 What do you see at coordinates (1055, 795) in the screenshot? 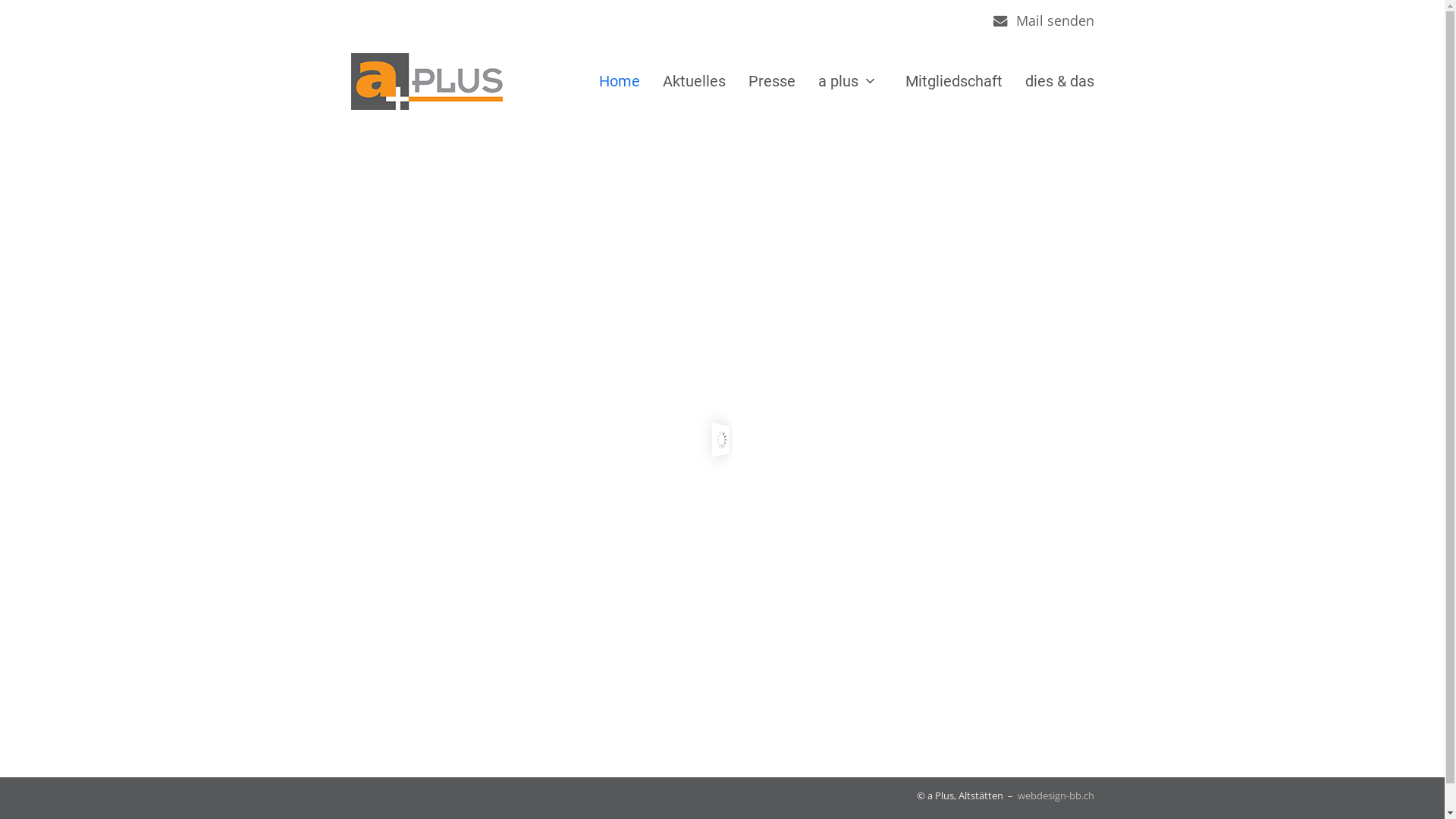
I see `'webdesign-bb.ch'` at bounding box center [1055, 795].